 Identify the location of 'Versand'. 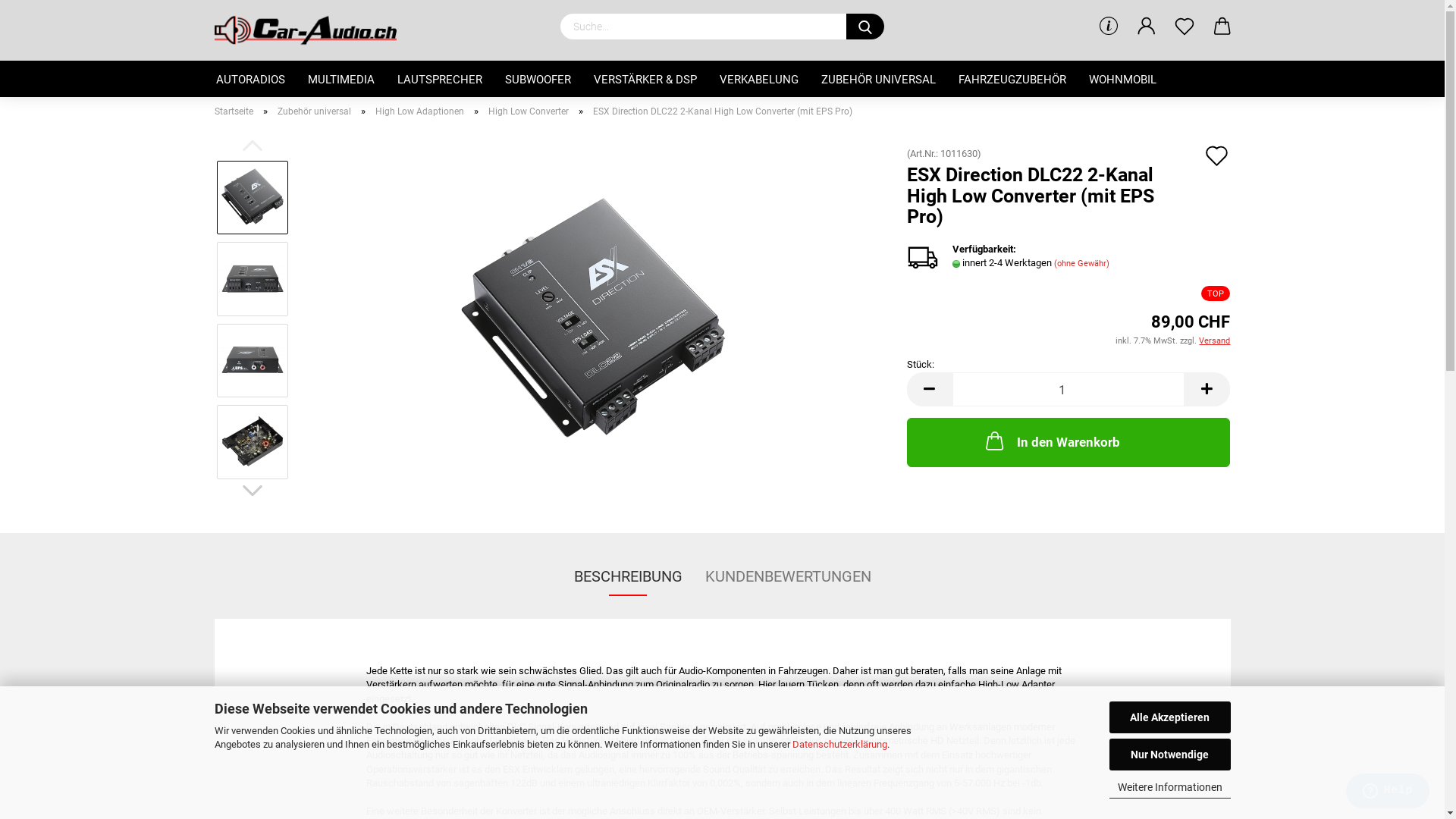
(1214, 340).